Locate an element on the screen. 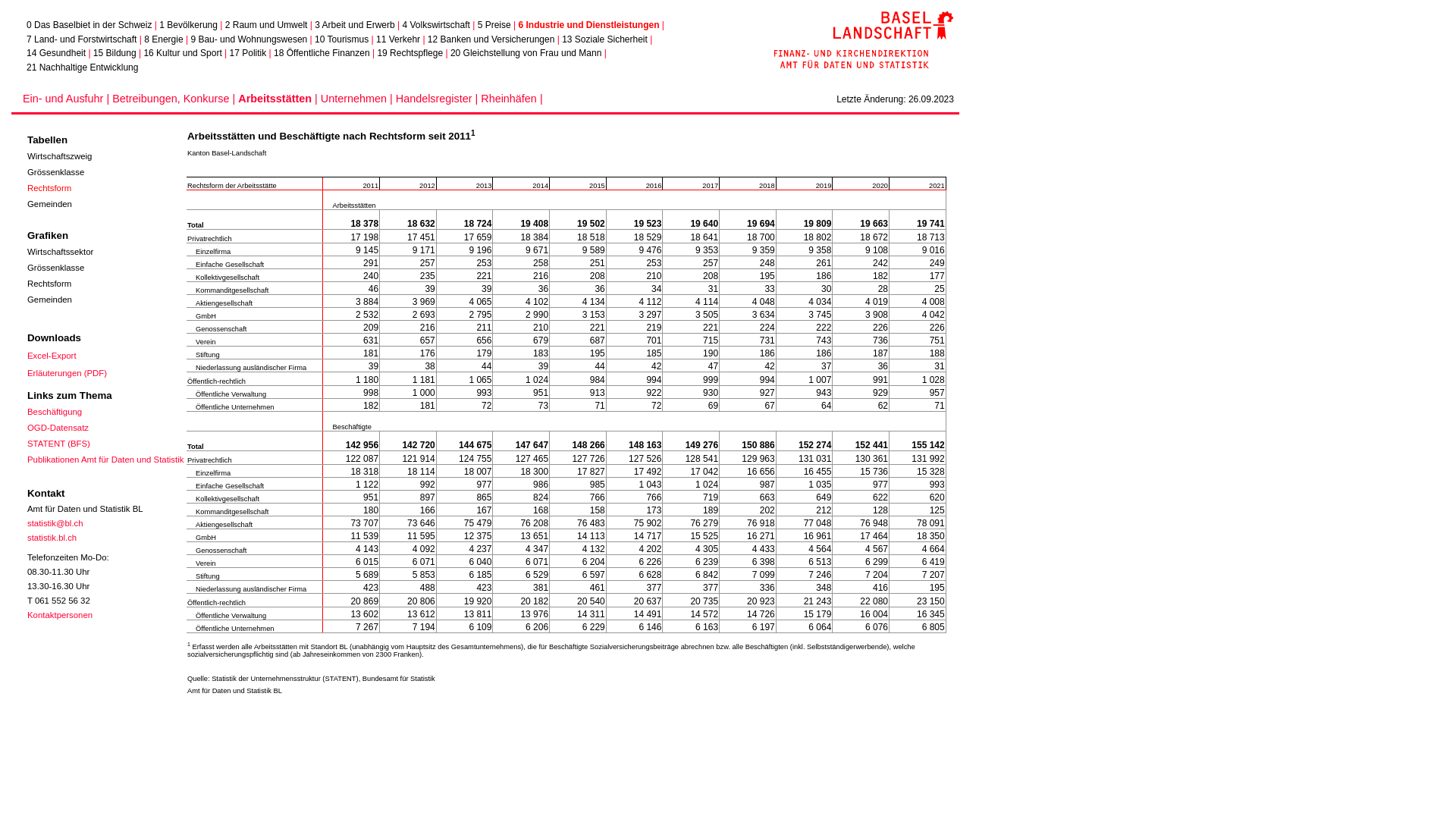 This screenshot has width=1456, height=819. 'Handelsregister |' is located at coordinates (438, 99).